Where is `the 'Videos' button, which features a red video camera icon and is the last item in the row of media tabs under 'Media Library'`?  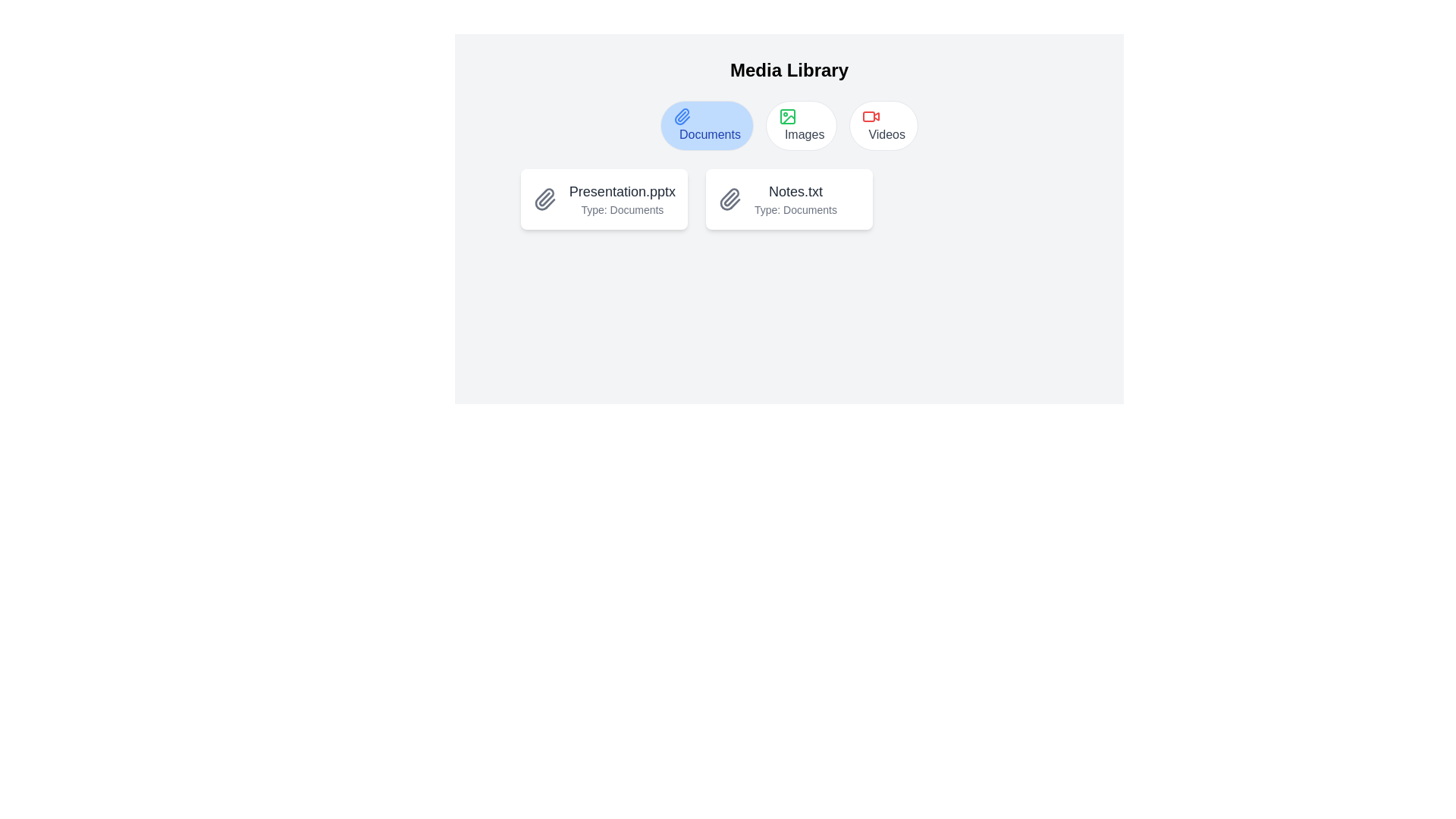 the 'Videos' button, which features a red video camera icon and is the last item in the row of media tabs under 'Media Library' is located at coordinates (883, 124).